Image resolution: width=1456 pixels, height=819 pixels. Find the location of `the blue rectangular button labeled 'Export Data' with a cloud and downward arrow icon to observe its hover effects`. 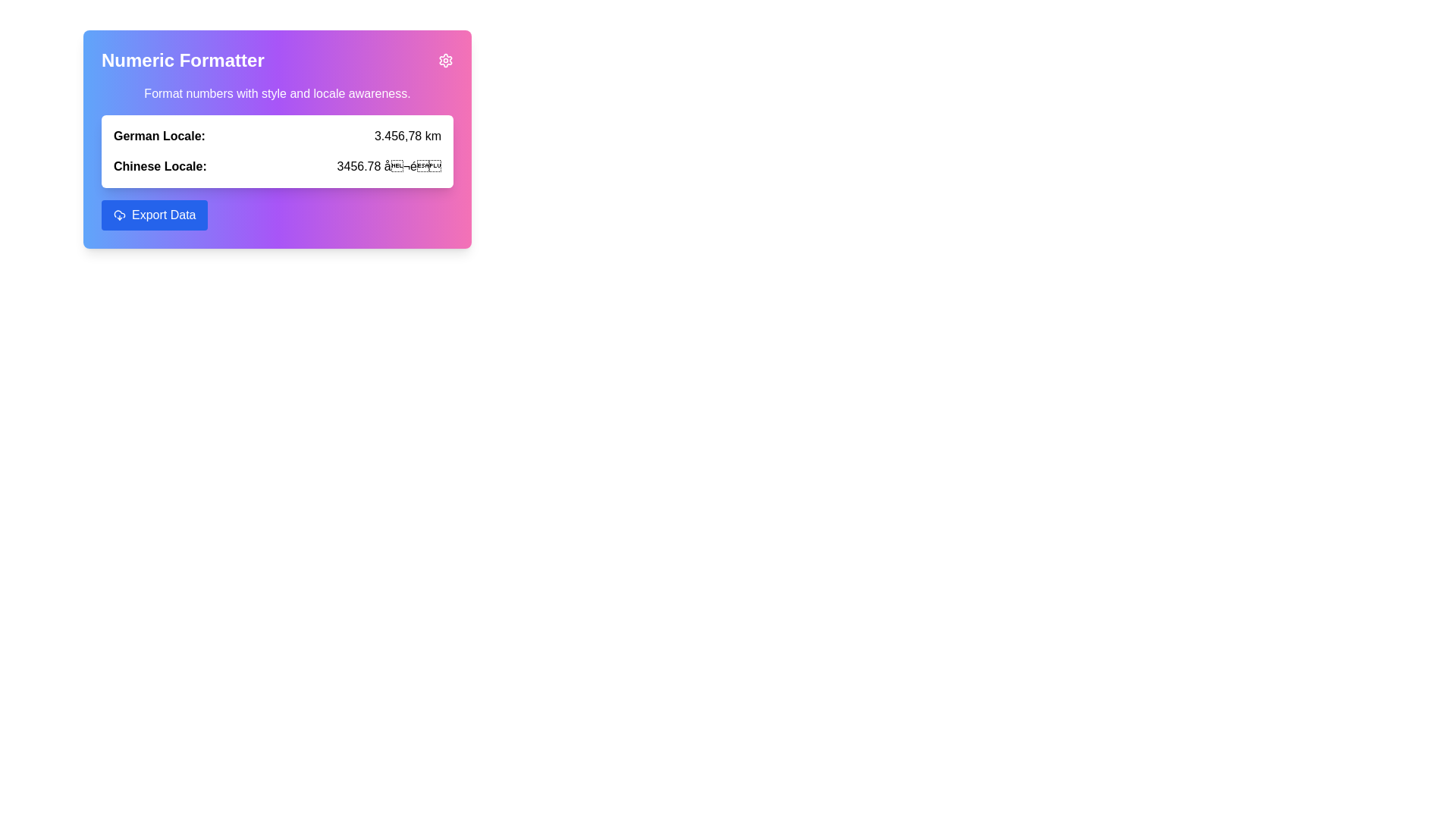

the blue rectangular button labeled 'Export Data' with a cloud and downward arrow icon to observe its hover effects is located at coordinates (155, 215).